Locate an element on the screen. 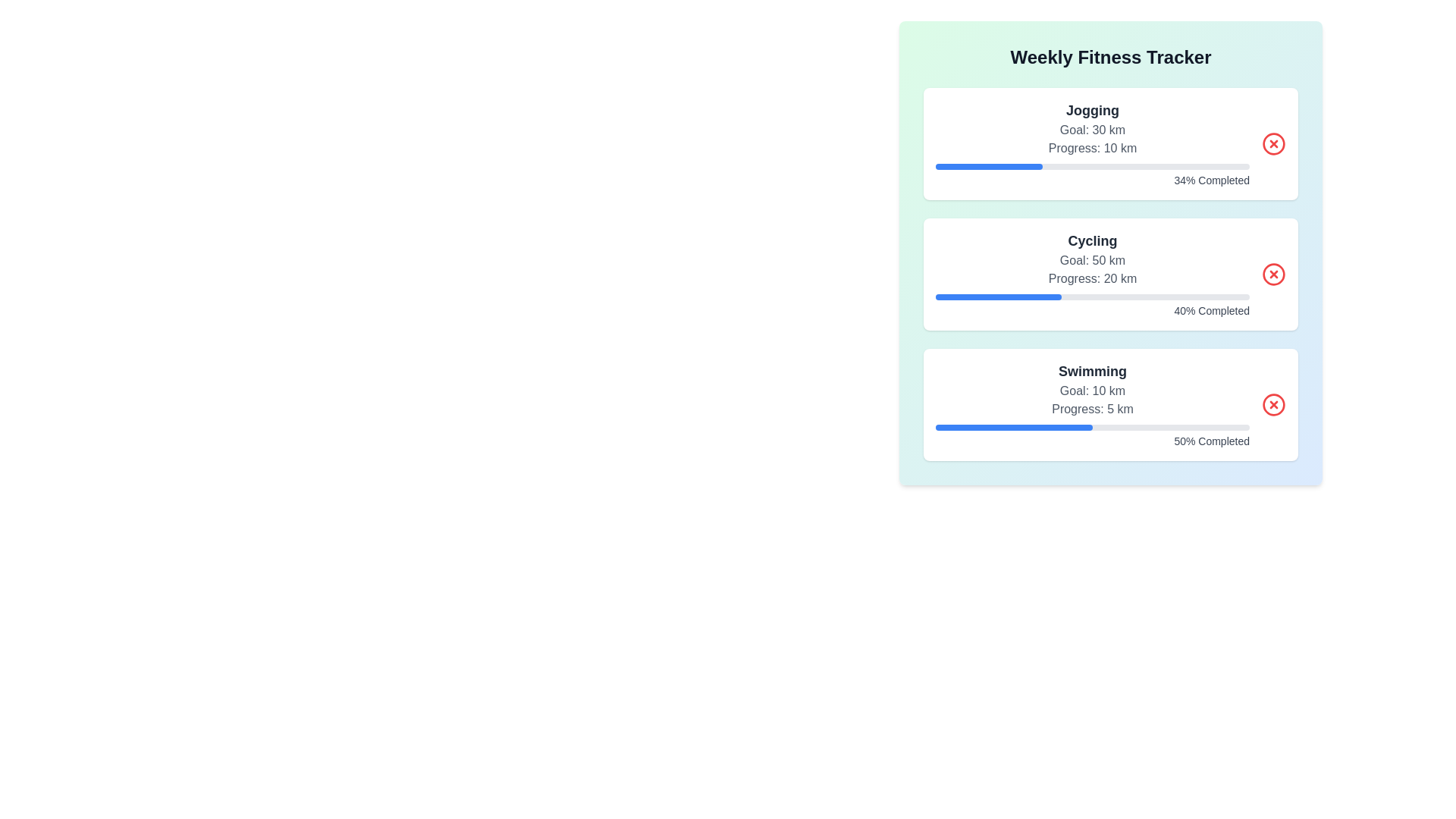  the Progress card in the Weekly Fitness Tracker is located at coordinates (1092, 403).